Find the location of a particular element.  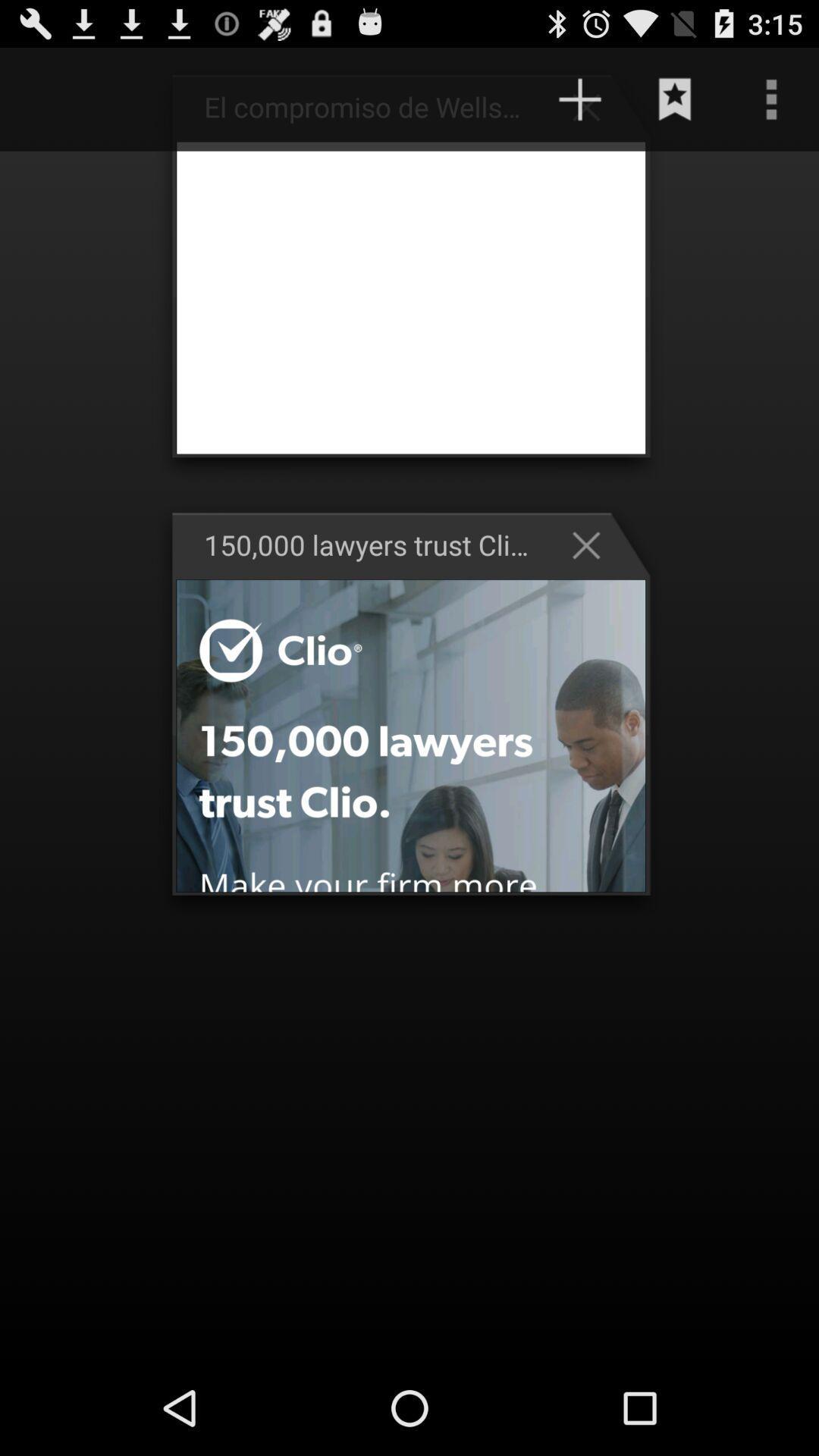

the cross mark button is located at coordinates (593, 545).